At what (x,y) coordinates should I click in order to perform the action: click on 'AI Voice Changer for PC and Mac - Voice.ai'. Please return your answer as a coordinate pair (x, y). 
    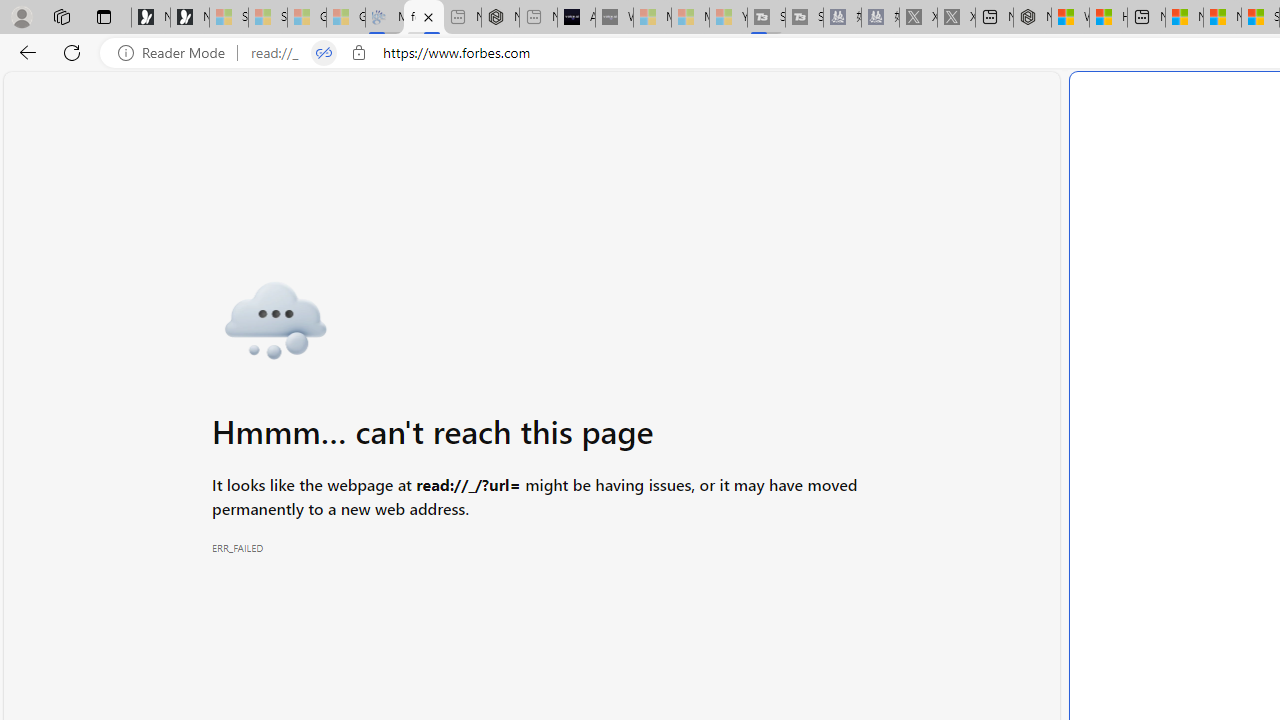
    Looking at the image, I should click on (575, 17).